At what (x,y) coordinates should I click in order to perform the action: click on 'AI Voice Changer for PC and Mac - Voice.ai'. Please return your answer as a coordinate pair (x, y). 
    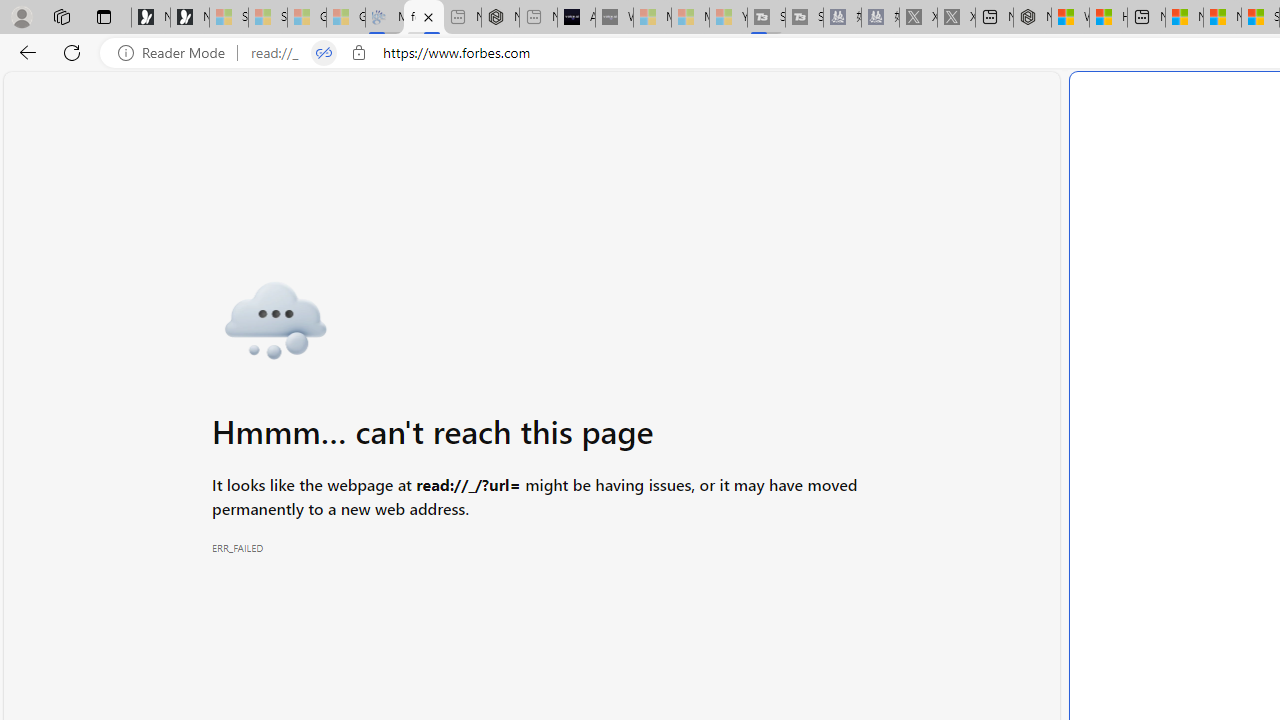
    Looking at the image, I should click on (575, 17).